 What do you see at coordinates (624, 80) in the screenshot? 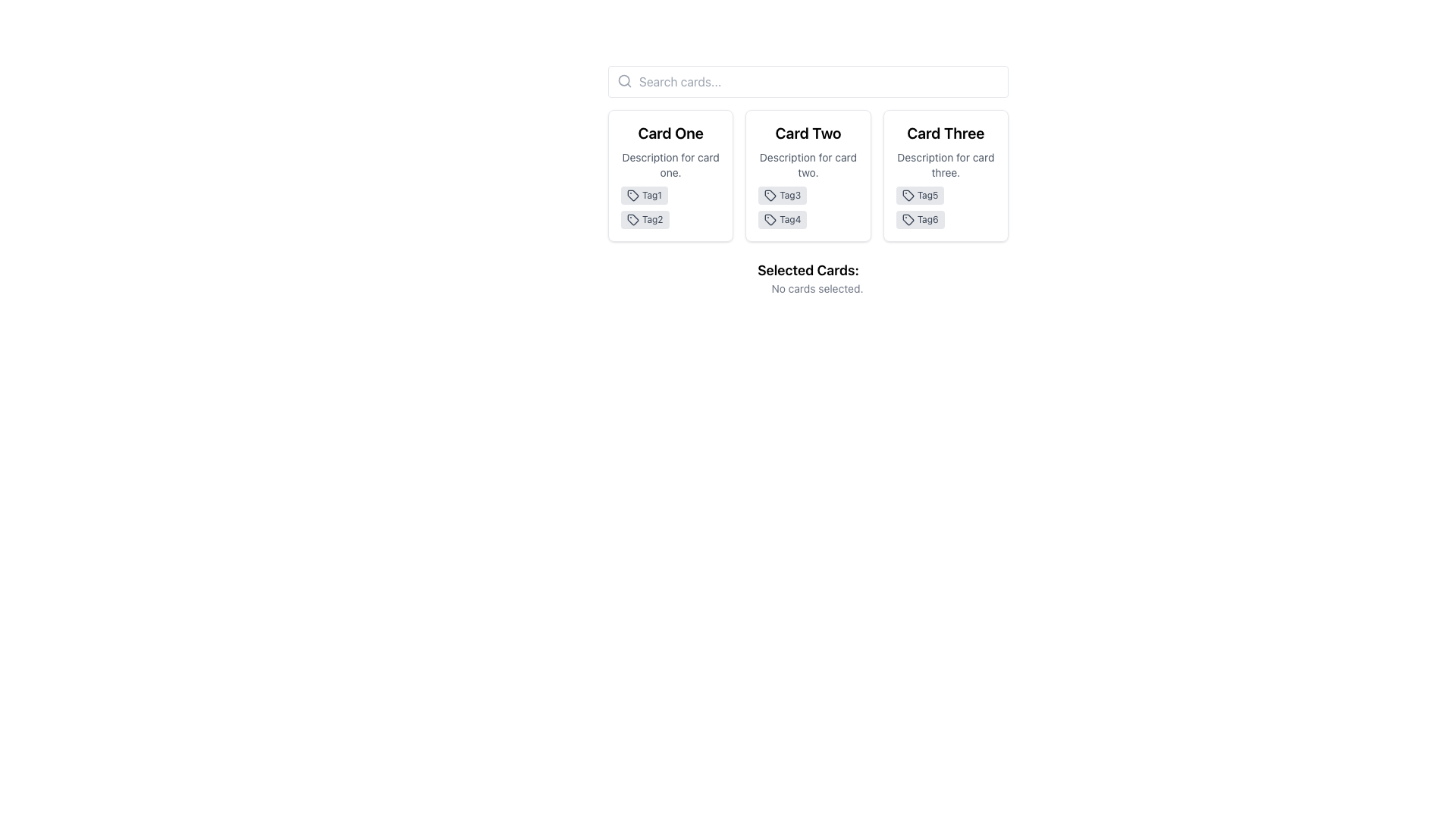
I see `the circle SVG element representing the search icon in the upper-left corner of the search bar` at bounding box center [624, 80].